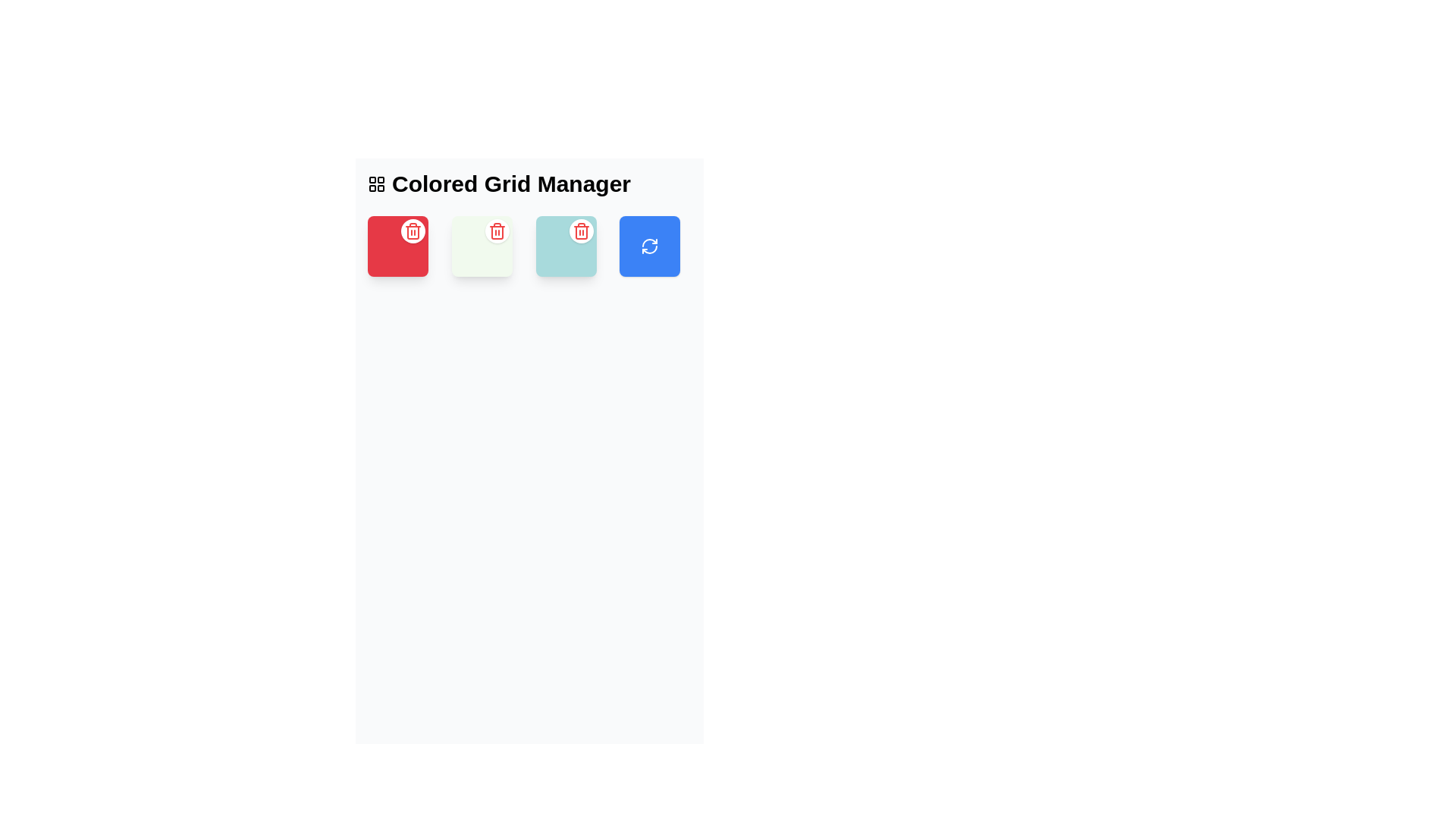 This screenshot has height=819, width=1456. I want to click on the red trash can icon button located in the top-right corner of the red card in the Colored Grid Manager interface, so click(413, 231).